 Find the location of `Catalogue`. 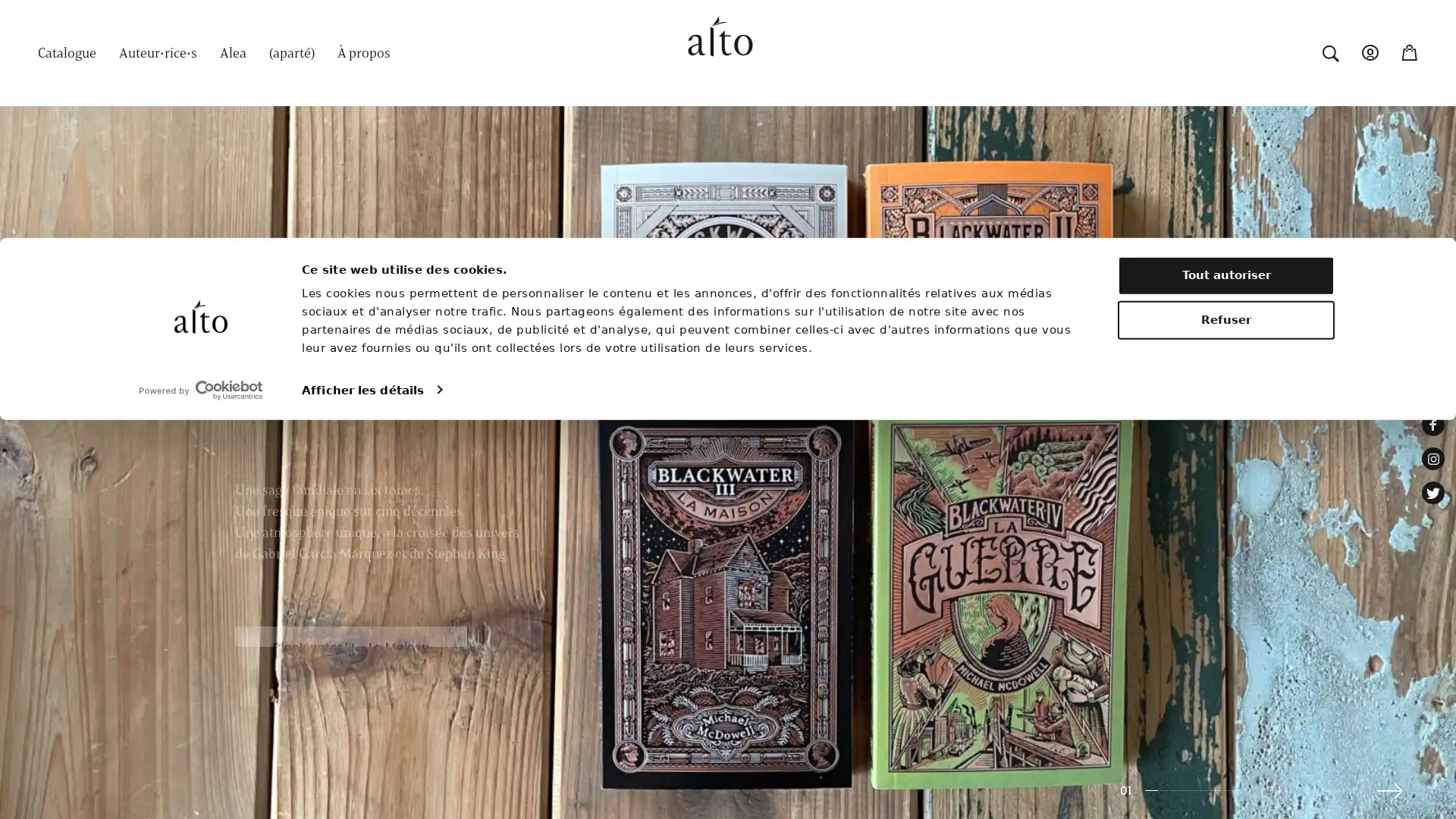

Catalogue is located at coordinates (66, 52).